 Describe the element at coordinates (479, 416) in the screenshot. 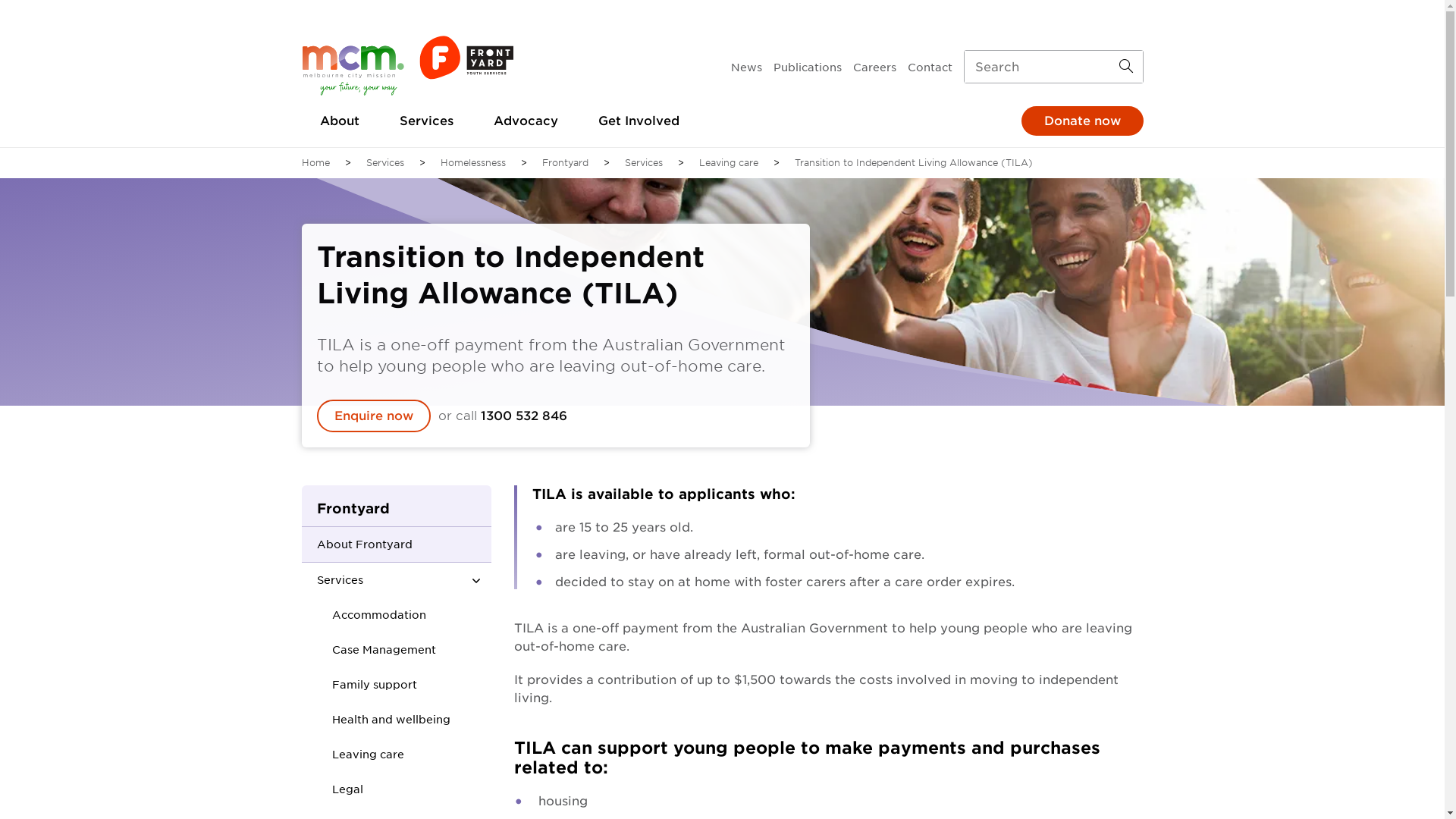

I see `'1300 532 846'` at that location.